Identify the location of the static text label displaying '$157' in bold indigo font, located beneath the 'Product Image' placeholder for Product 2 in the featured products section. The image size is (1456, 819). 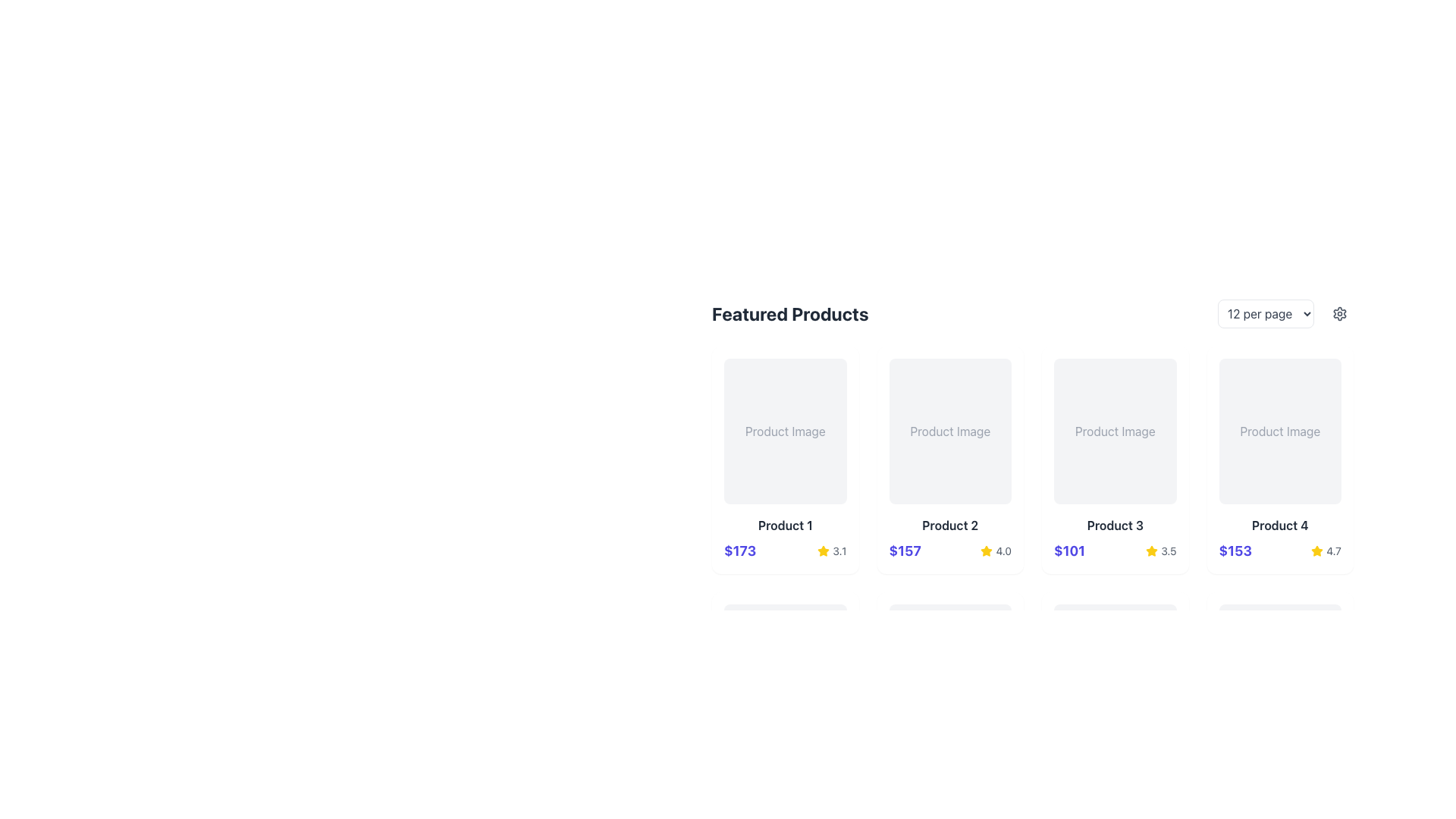
(905, 551).